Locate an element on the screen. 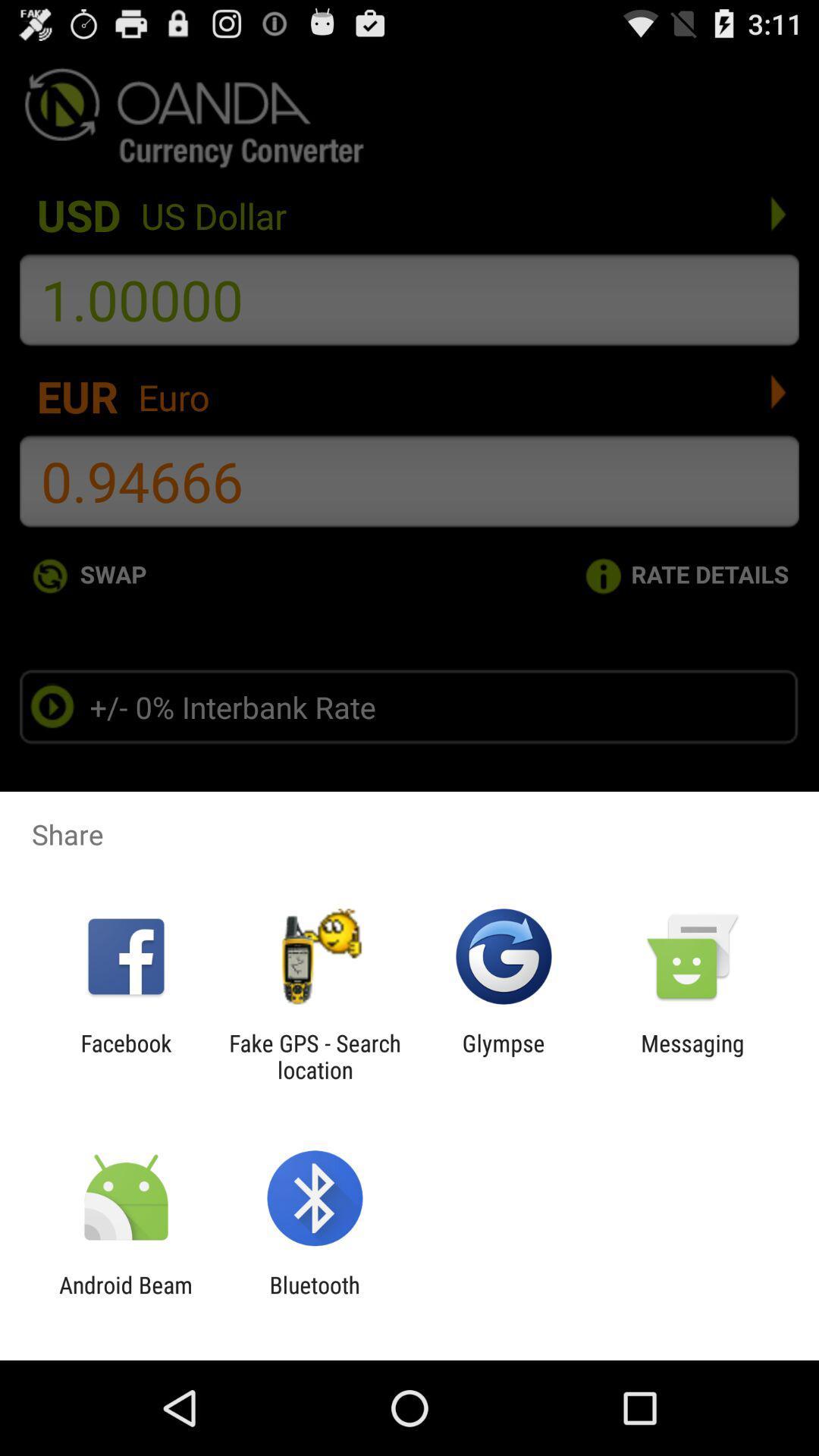  messaging icon is located at coordinates (692, 1056).